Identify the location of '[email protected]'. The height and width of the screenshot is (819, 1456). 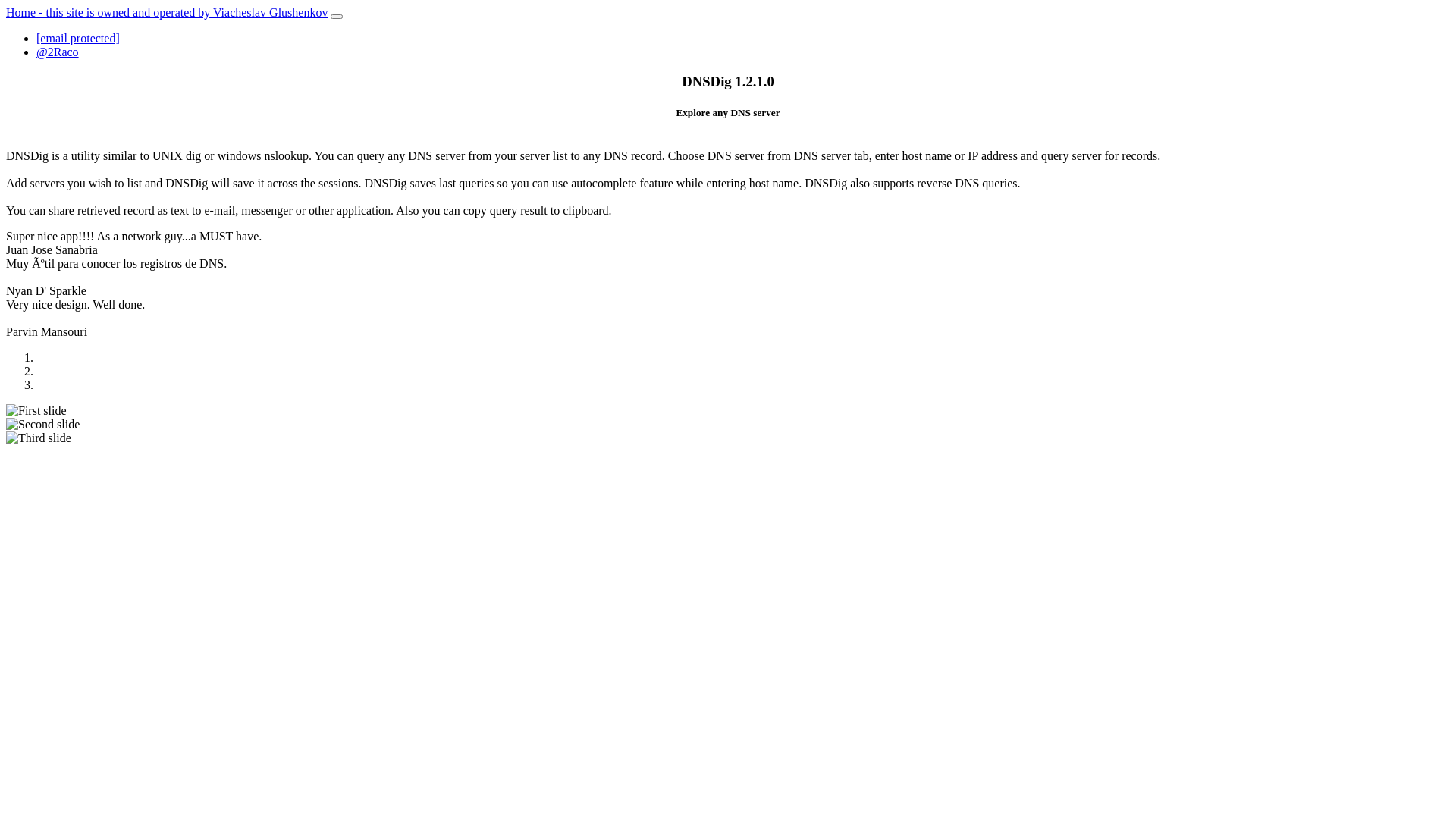
(77, 37).